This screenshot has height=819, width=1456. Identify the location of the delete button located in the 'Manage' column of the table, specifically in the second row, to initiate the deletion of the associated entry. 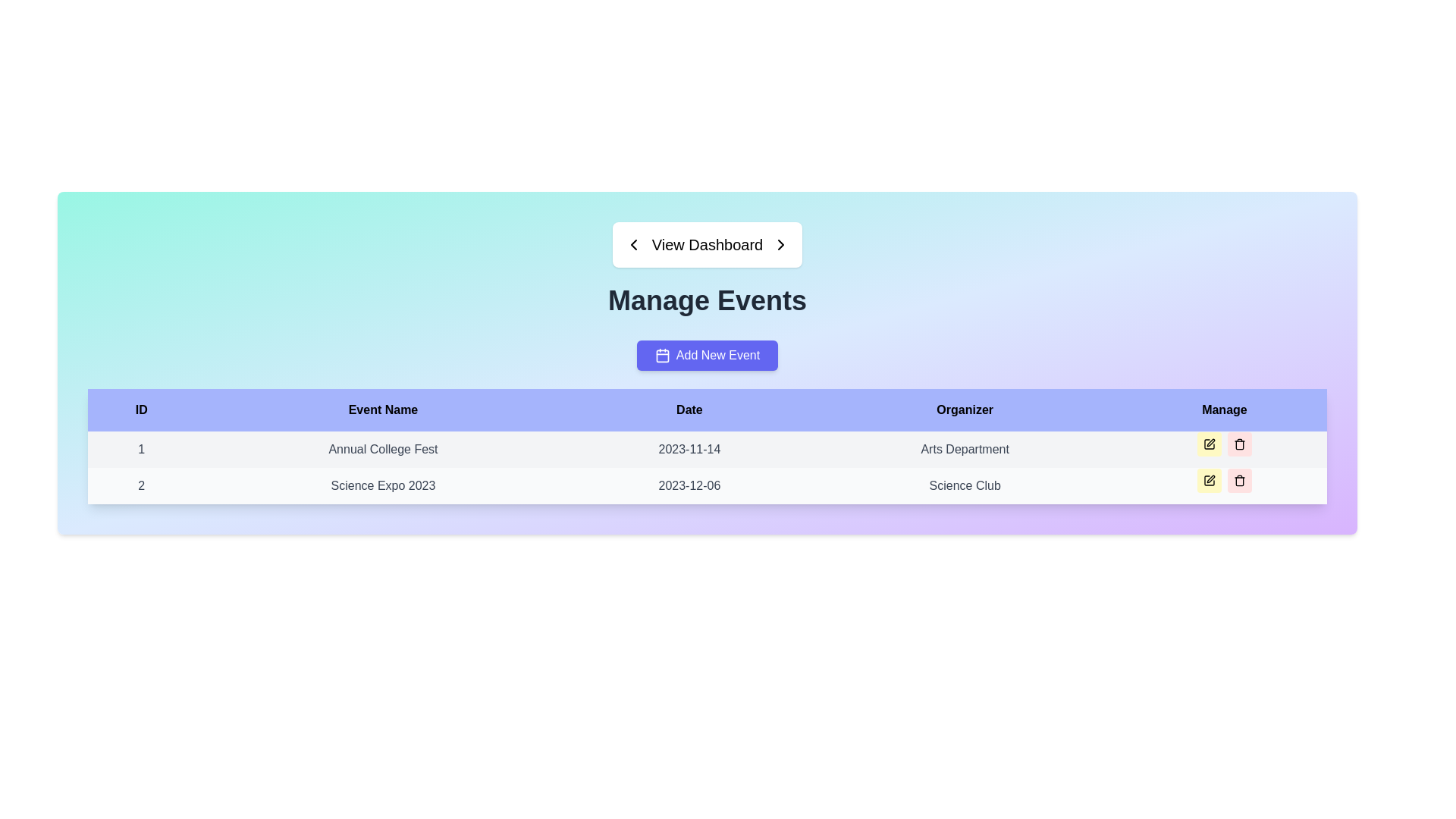
(1239, 444).